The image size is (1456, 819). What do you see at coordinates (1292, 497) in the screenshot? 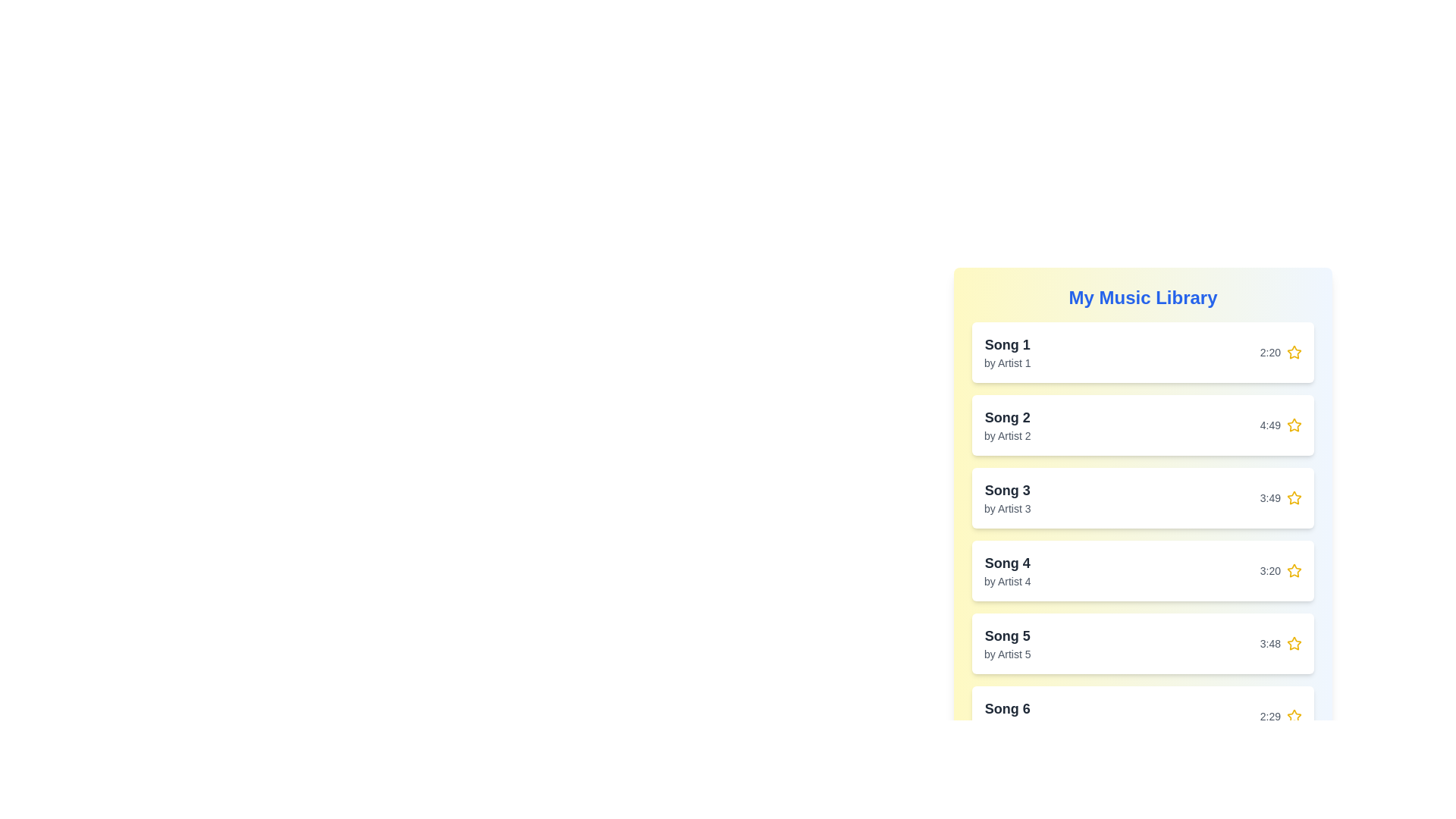
I see `the star icon located on the right side of the row for 'Song 3' in the 'My Music Library' section, which serves as a rating or favorite marker` at bounding box center [1292, 497].